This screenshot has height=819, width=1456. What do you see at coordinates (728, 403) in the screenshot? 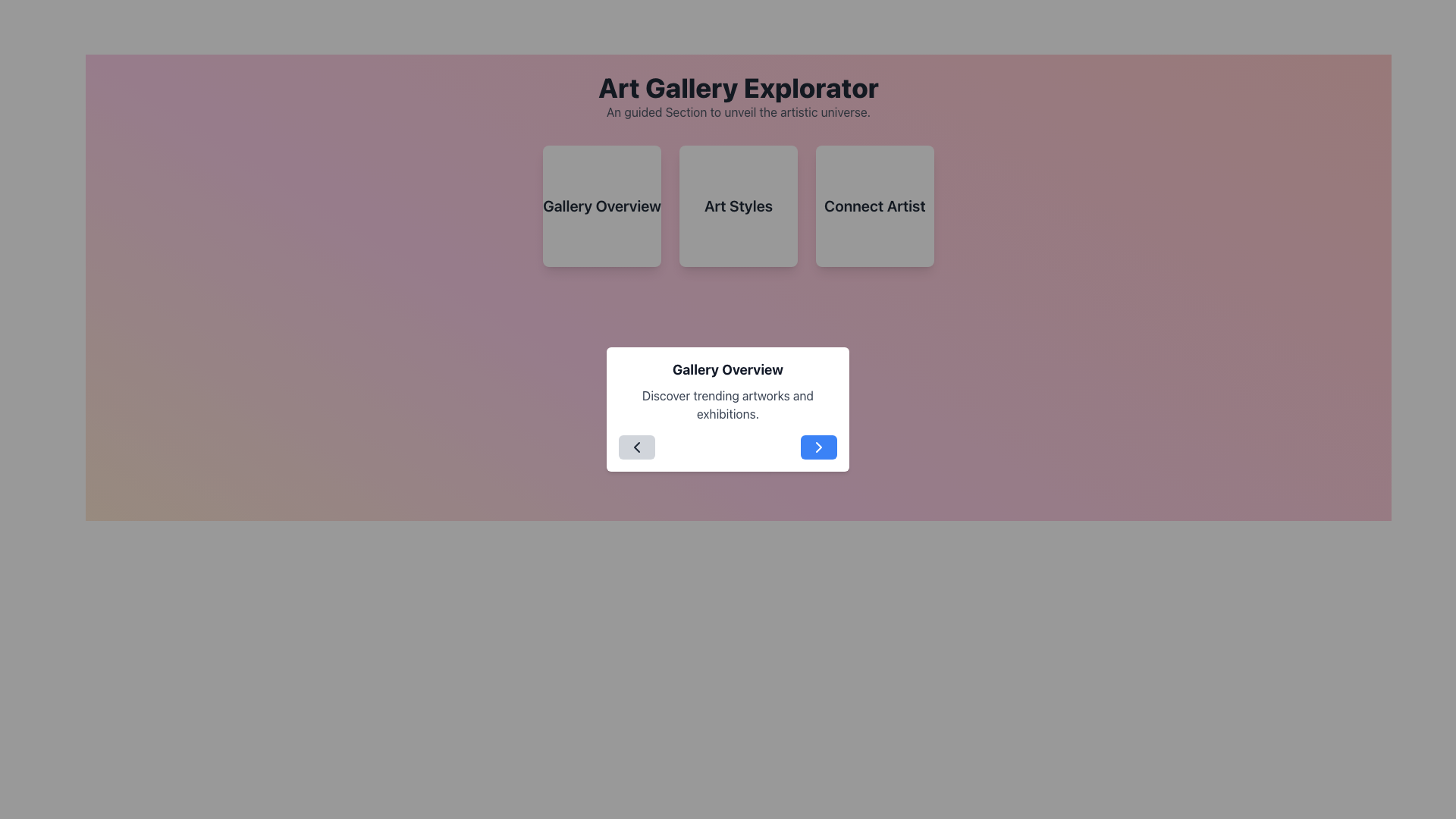
I see `static text element containing 'Discover trending artworks and exhibitions.' which is centrally aligned within the 'Gallery Overview' card` at bounding box center [728, 403].